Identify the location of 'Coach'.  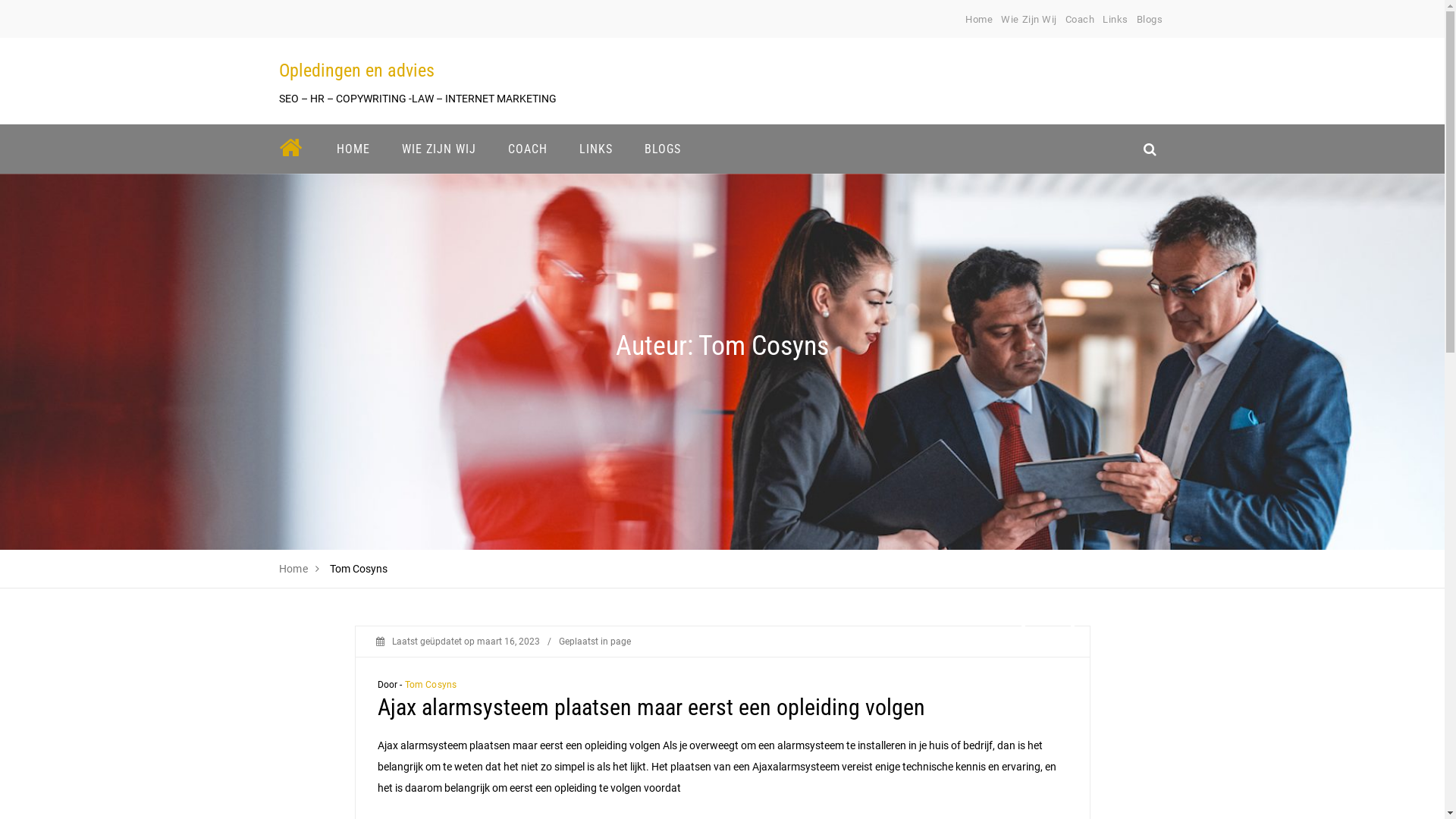
(1079, 19).